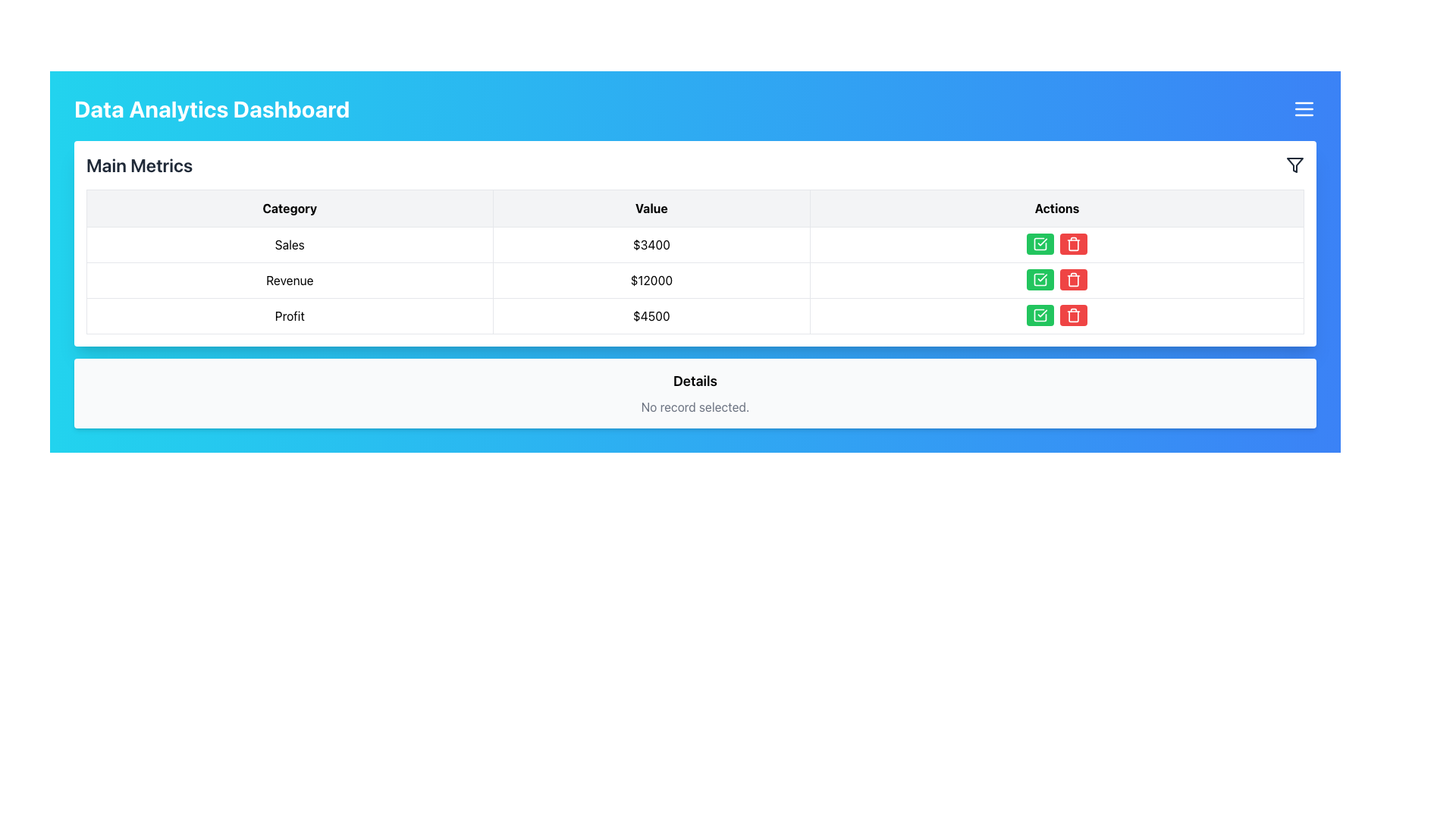 The image size is (1456, 819). I want to click on the text label reading 'Value' in bold black font, which is centrally positioned in the header row of a structured table layout, so click(651, 208).